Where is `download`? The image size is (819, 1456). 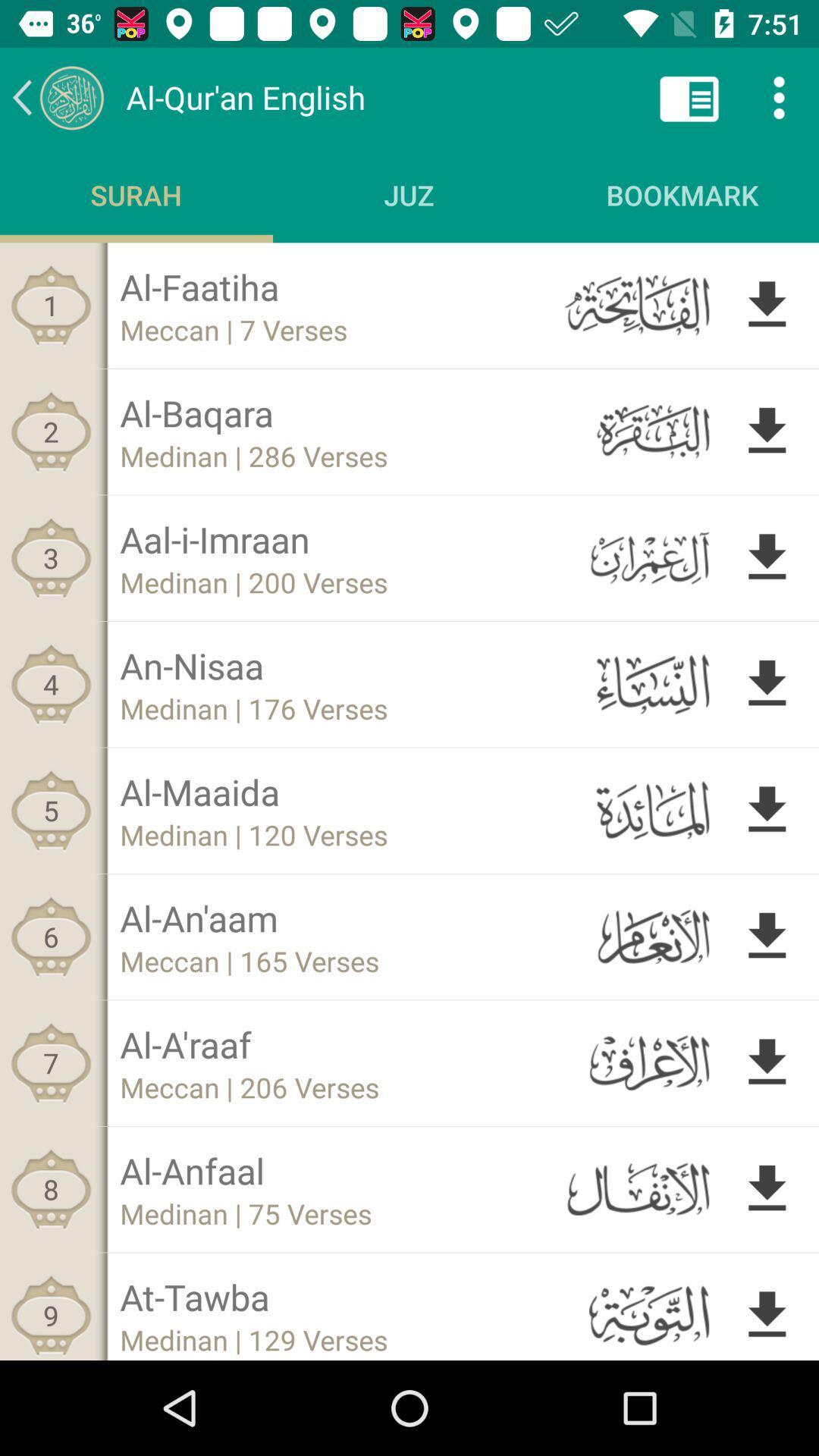
download is located at coordinates (767, 557).